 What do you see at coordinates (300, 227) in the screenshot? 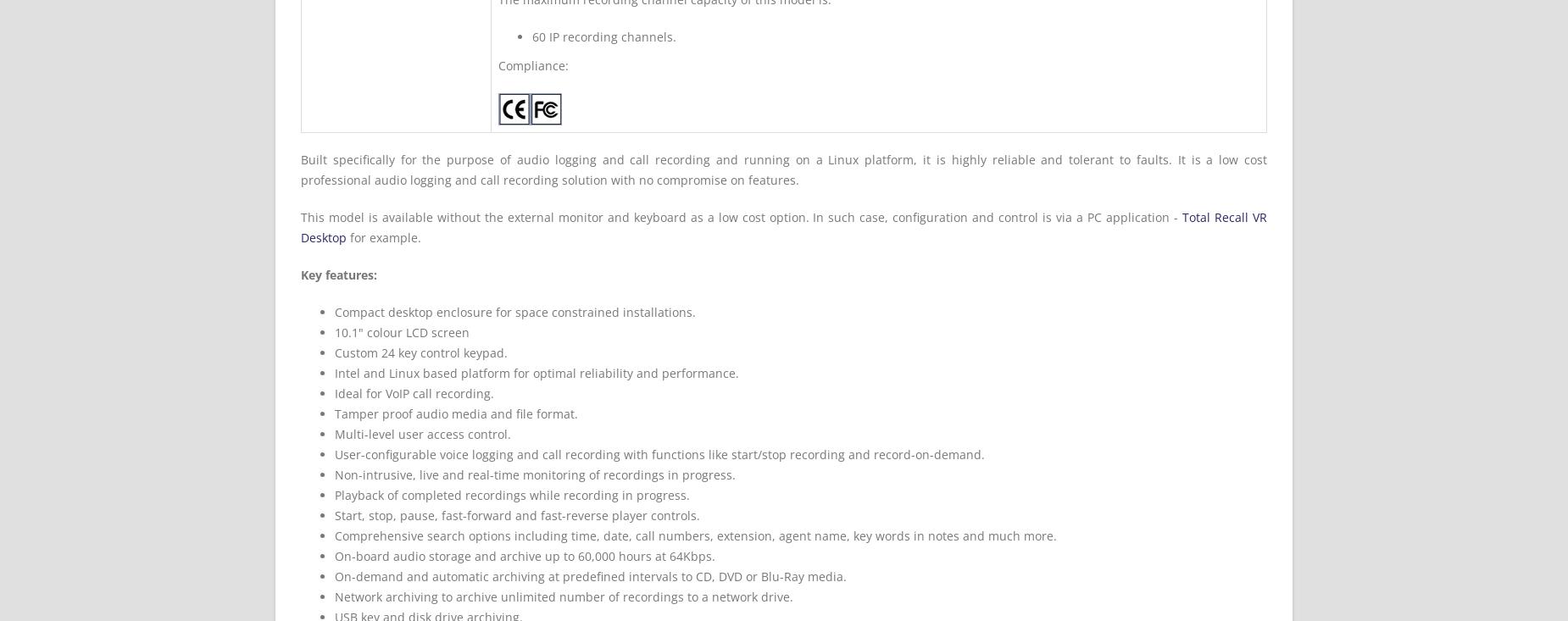
I see `'Total Recall VR Desktop'` at bounding box center [300, 227].